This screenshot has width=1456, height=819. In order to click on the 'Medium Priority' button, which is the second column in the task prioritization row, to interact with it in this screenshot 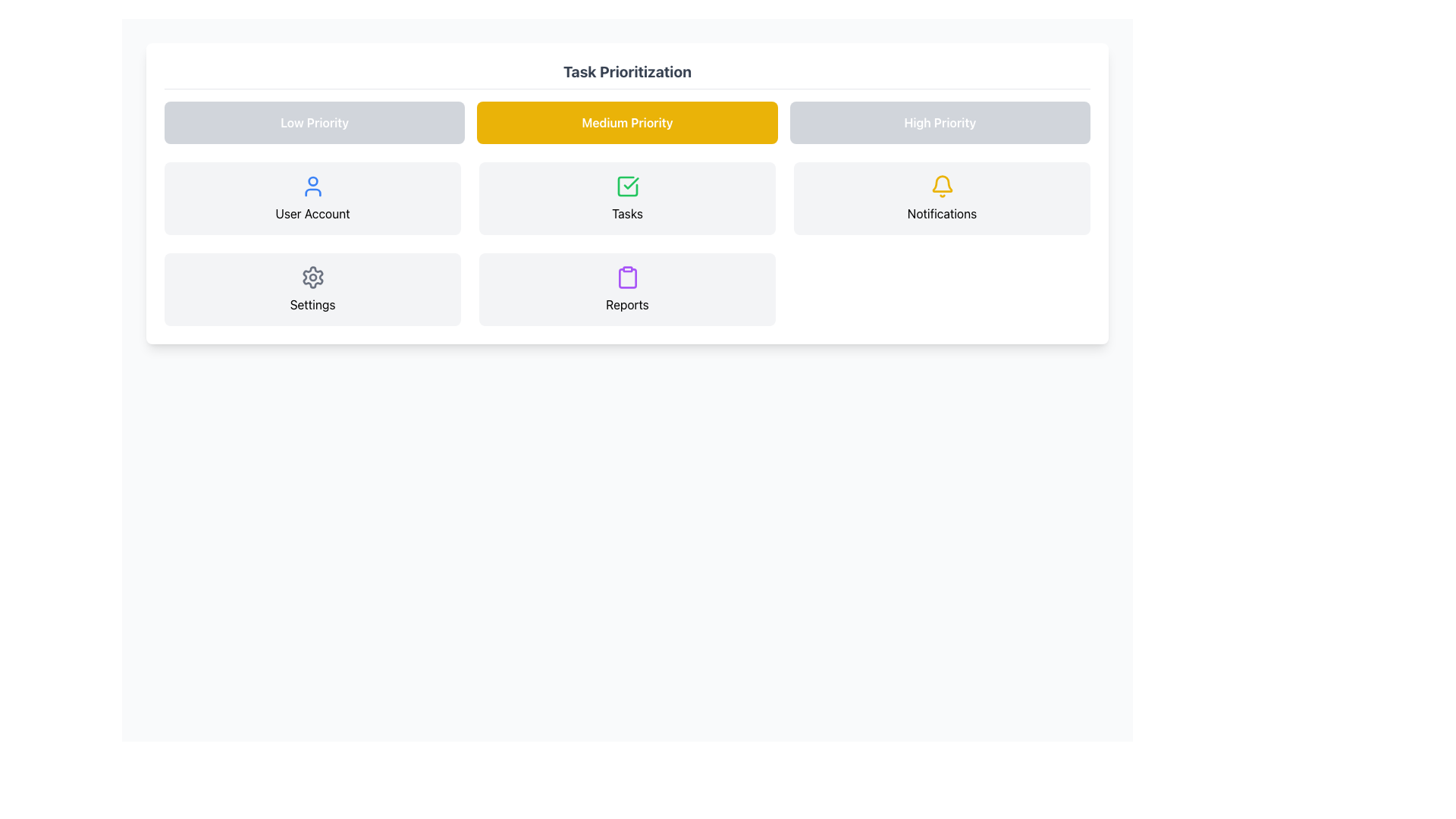, I will do `click(627, 122)`.